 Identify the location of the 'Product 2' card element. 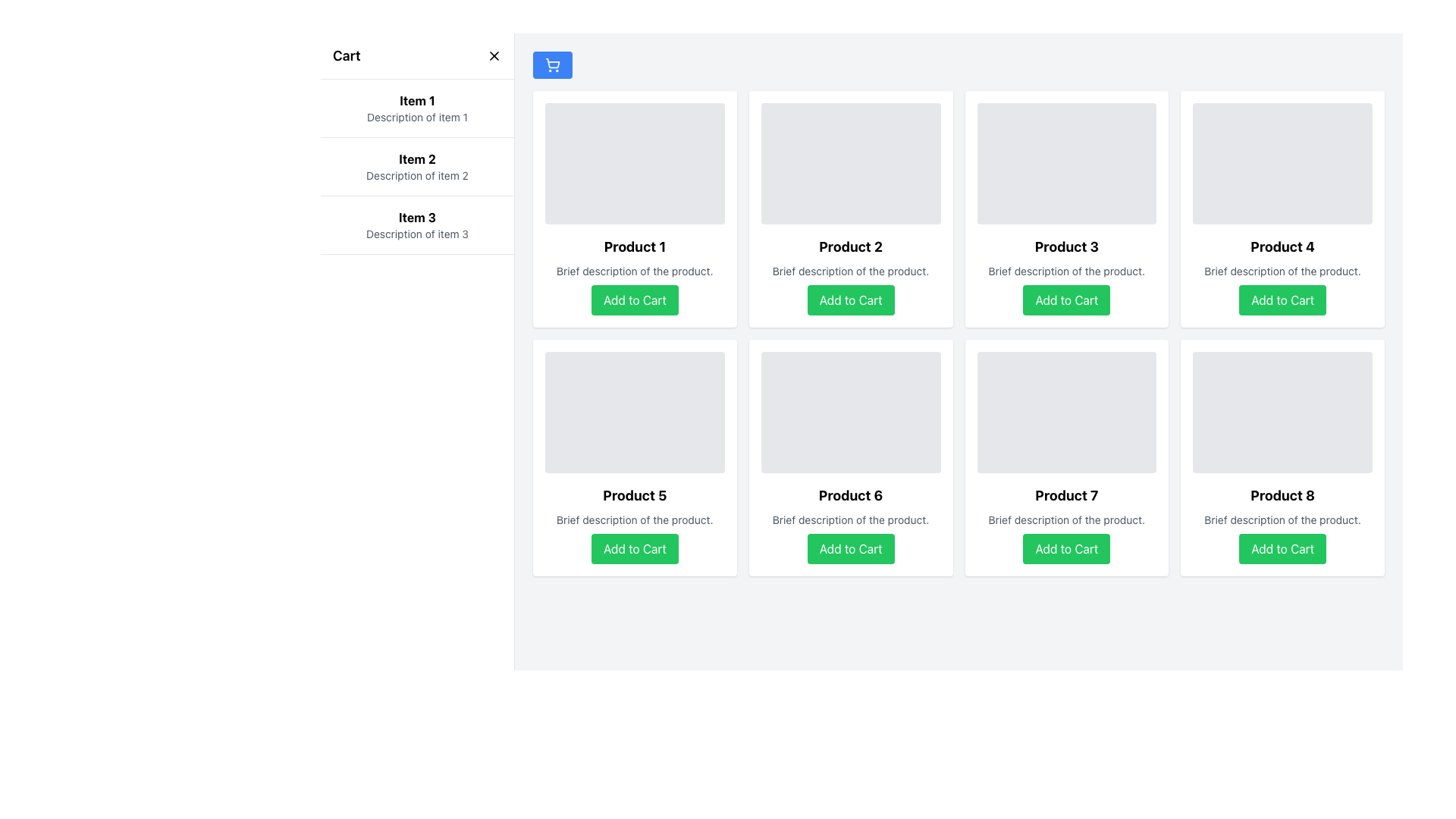
(851, 209).